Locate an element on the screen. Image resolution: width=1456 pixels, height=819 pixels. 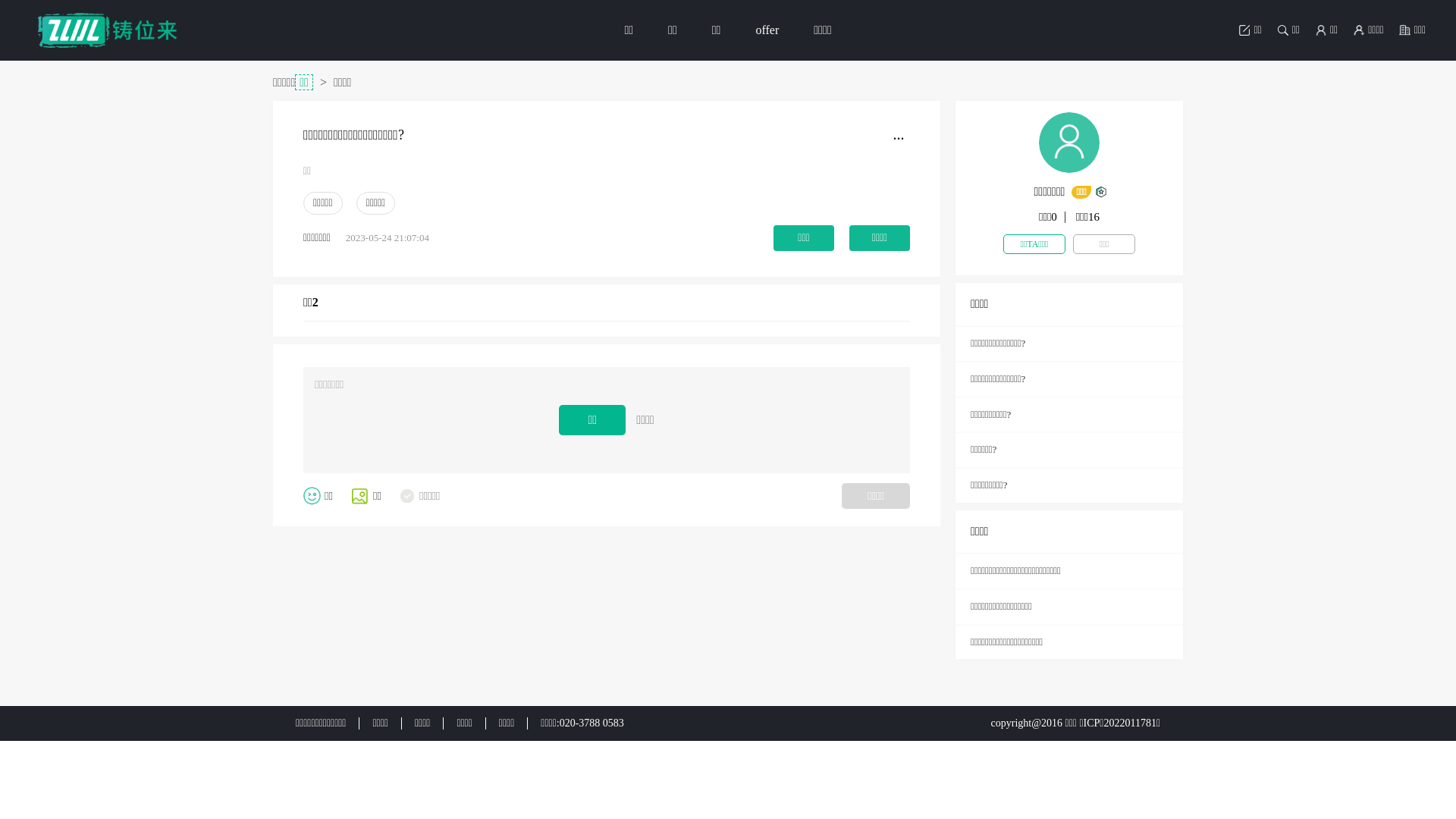
'offer' is located at coordinates (767, 30).